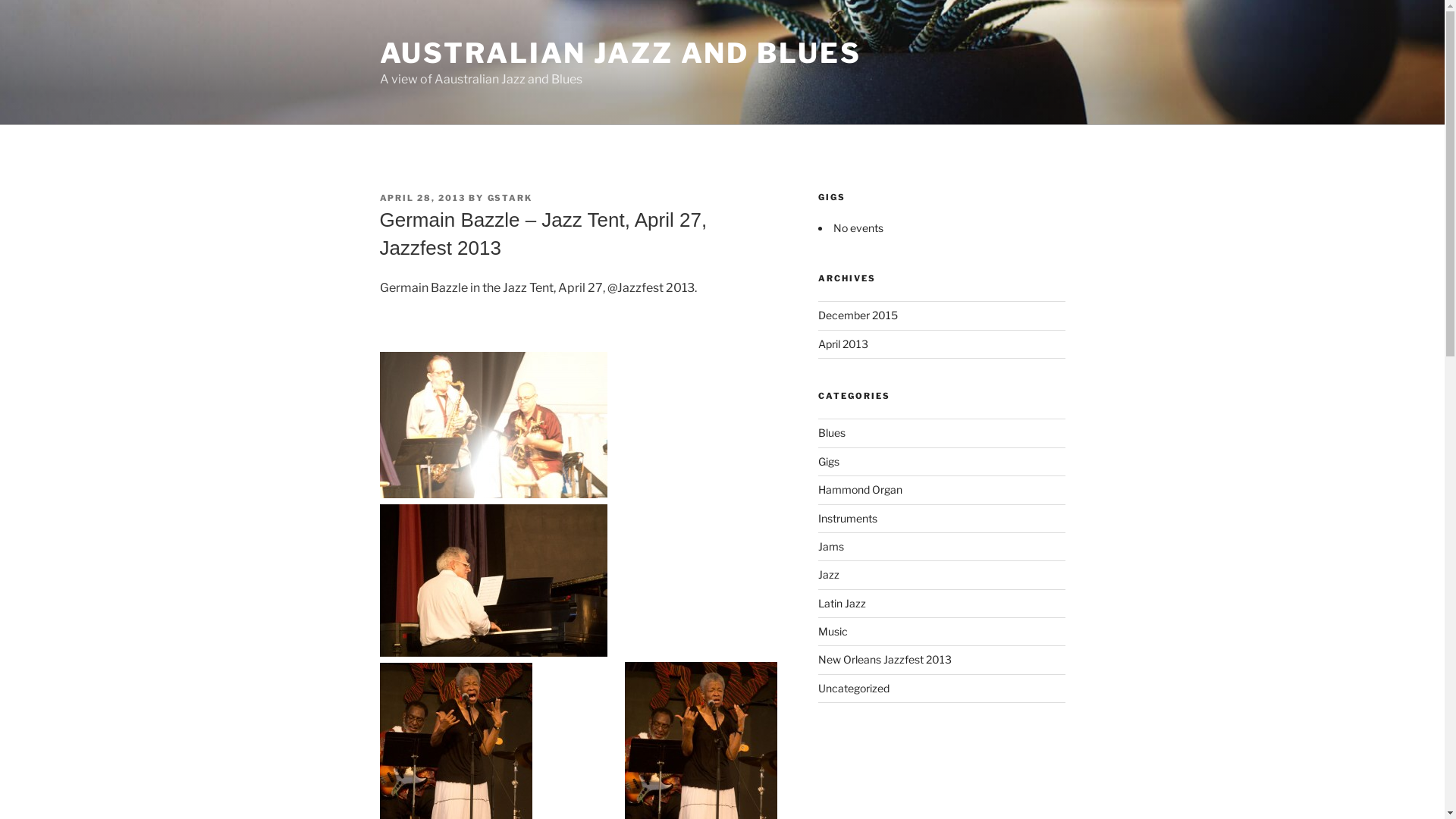  What do you see at coordinates (422, 197) in the screenshot?
I see `'APRIL 28, 2013'` at bounding box center [422, 197].